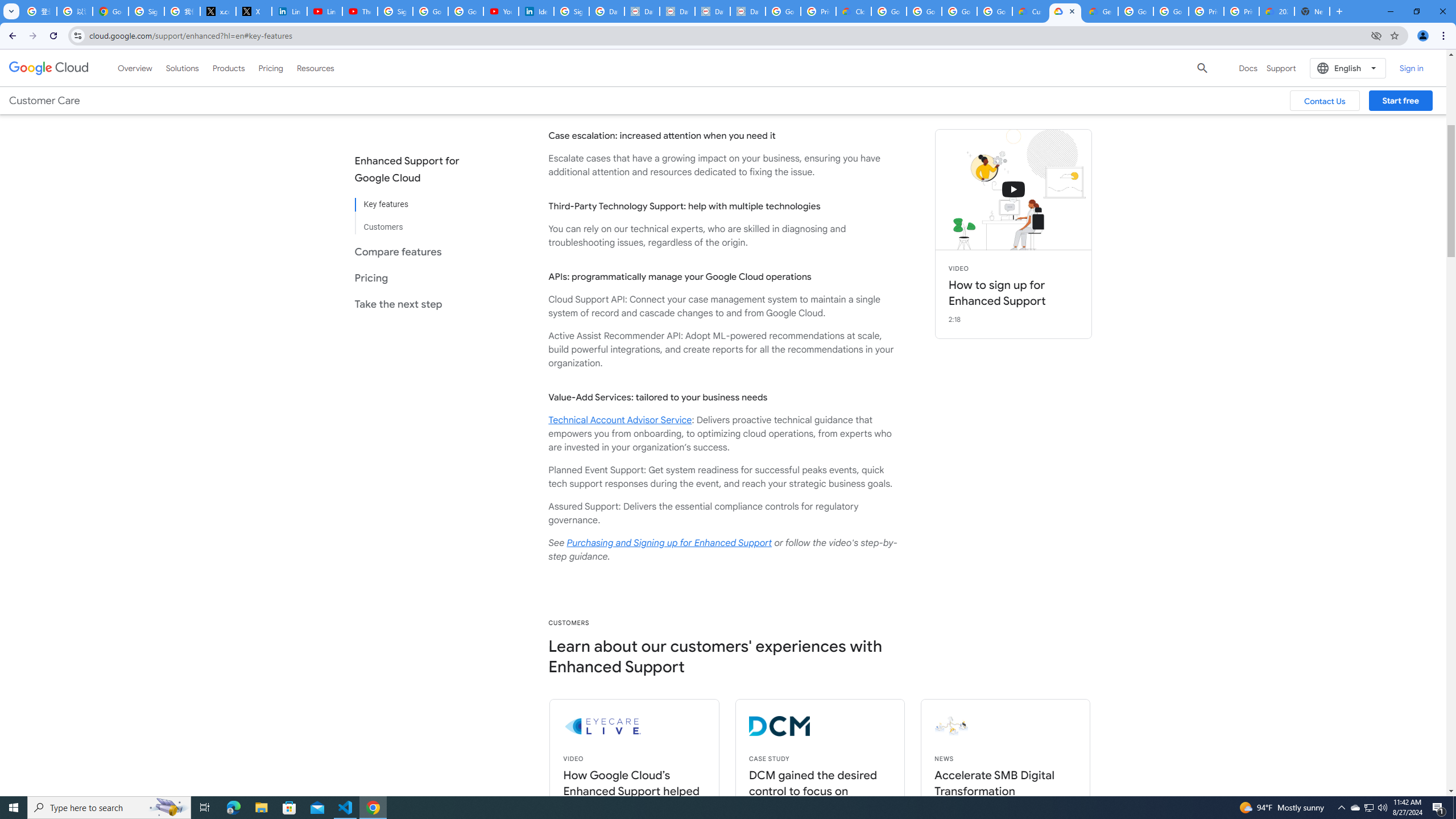 This screenshot has width=1456, height=819. I want to click on 'Sign in - Google Accounts', so click(395, 11).